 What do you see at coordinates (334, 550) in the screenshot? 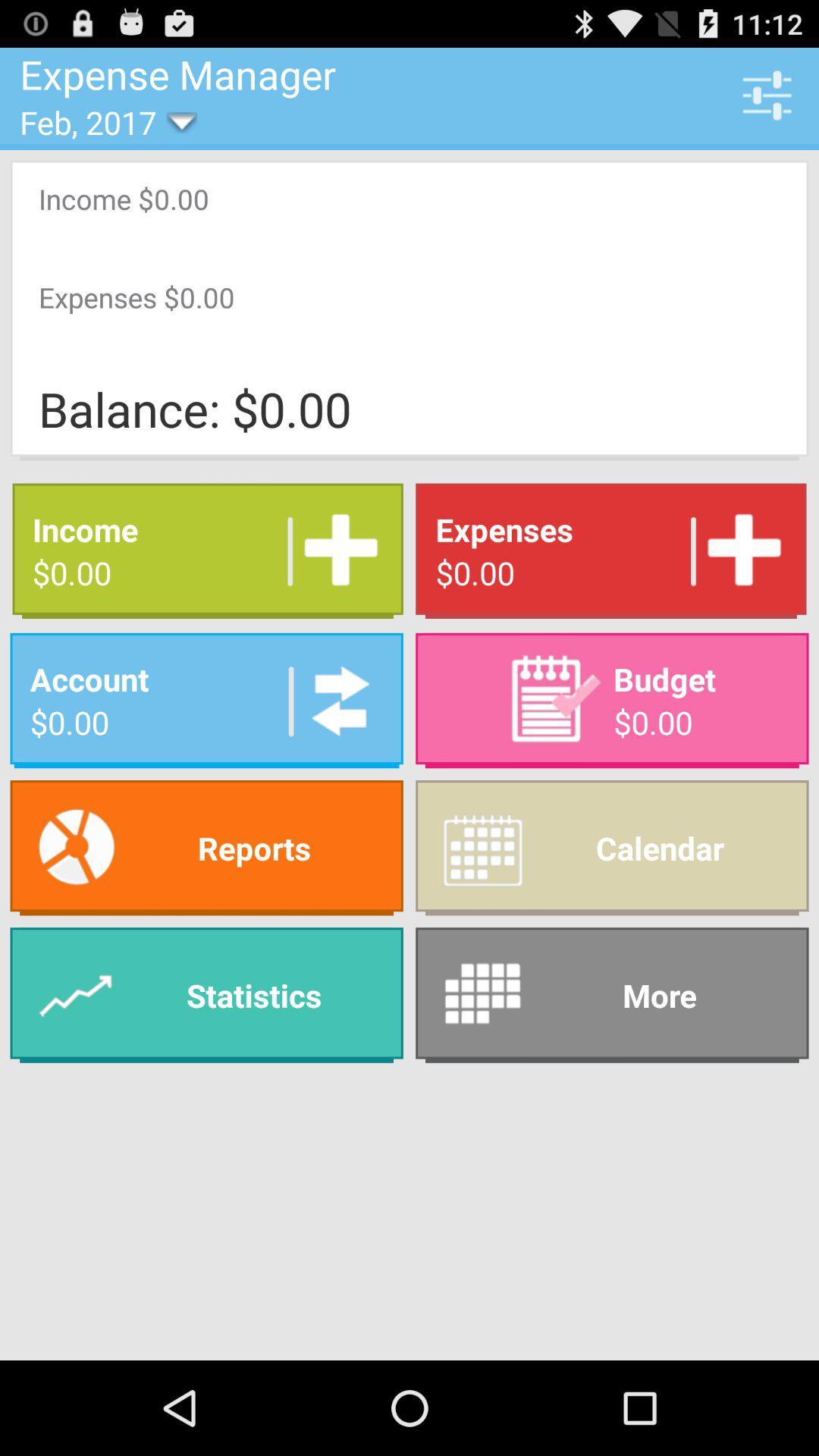
I see `the app to the left of the expenses` at bounding box center [334, 550].